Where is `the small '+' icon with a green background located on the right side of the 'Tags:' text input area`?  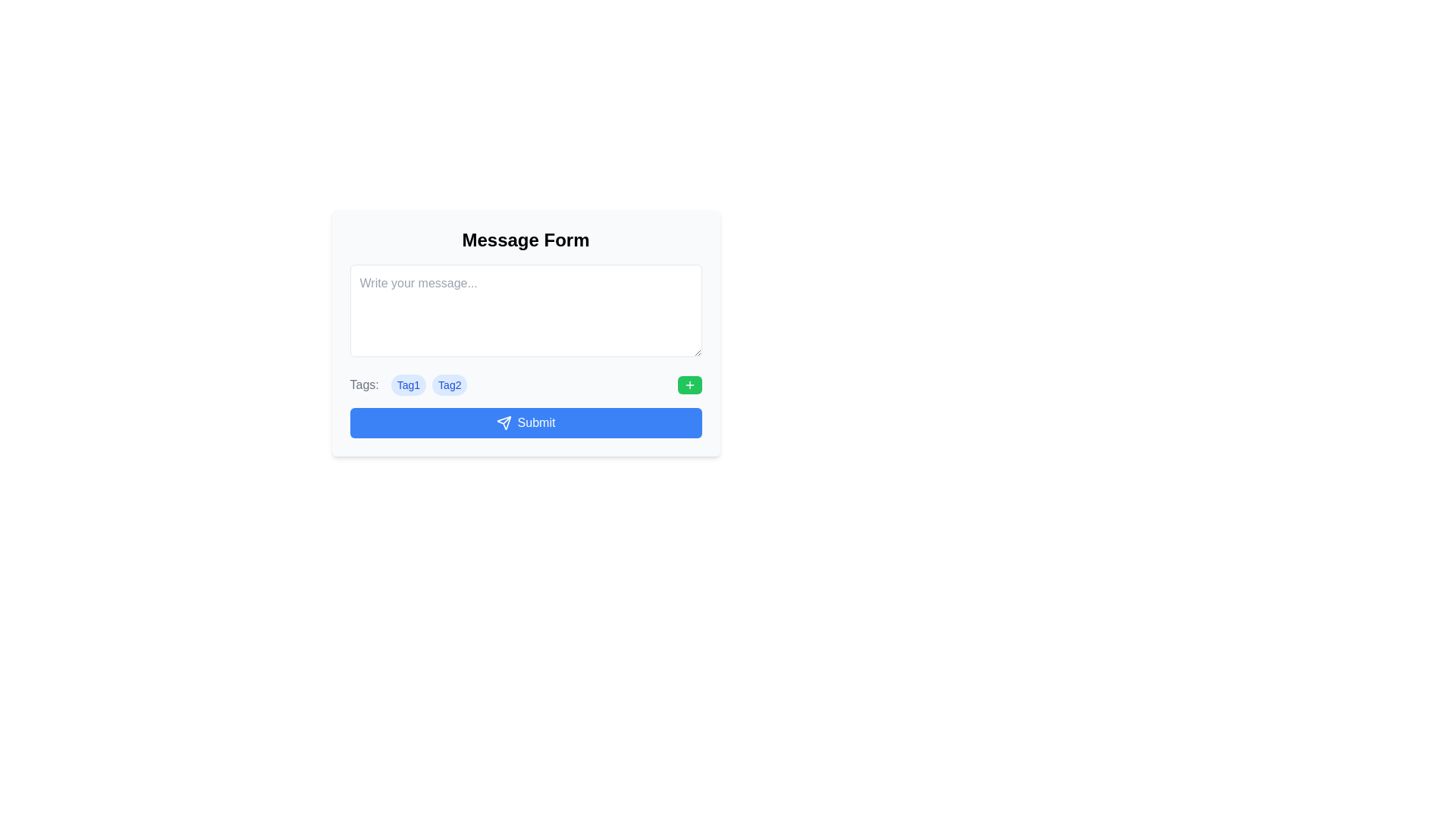
the small '+' icon with a green background located on the right side of the 'Tags:' text input area is located at coordinates (689, 384).